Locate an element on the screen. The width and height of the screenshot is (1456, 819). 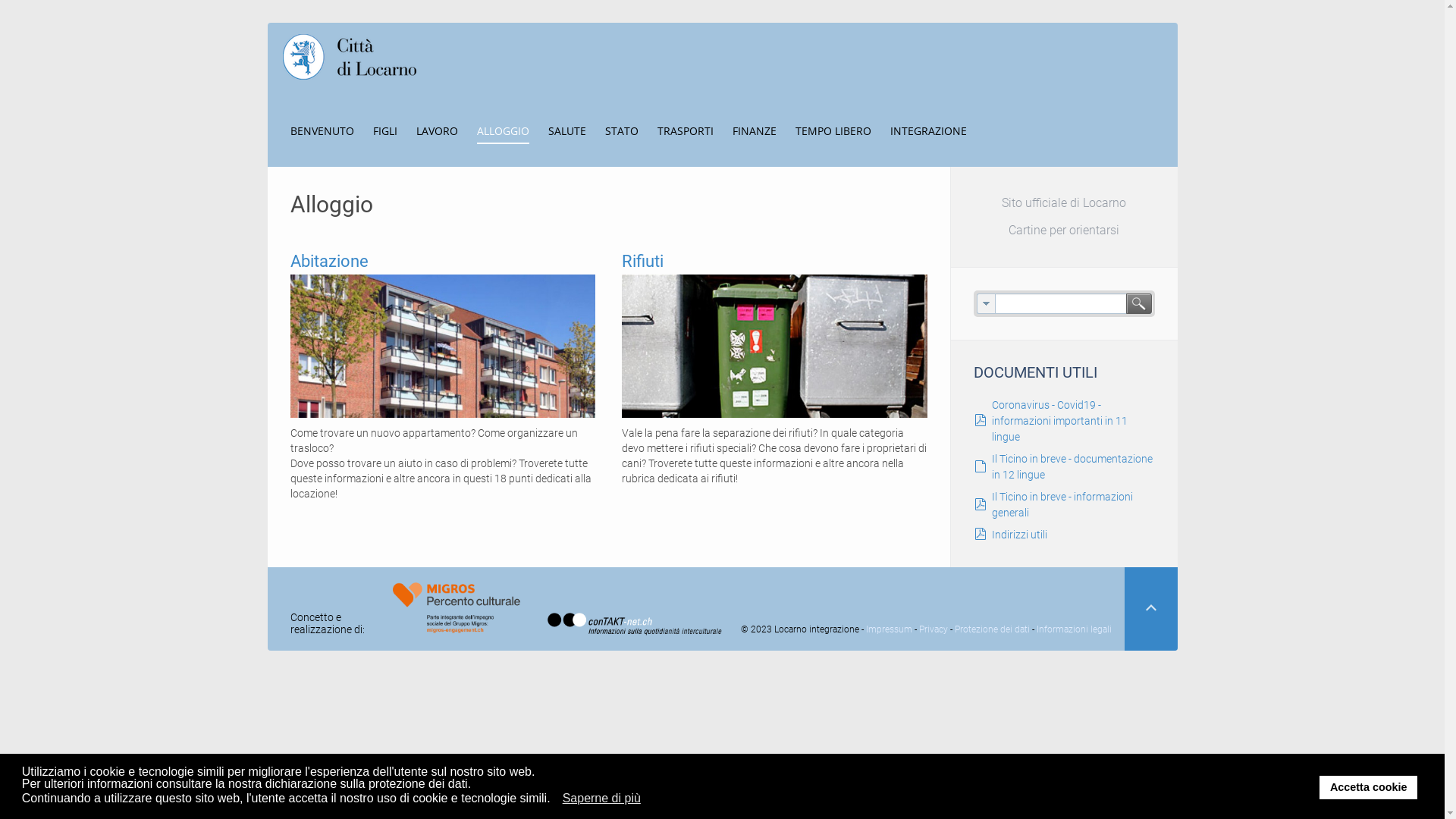
'STATO' is located at coordinates (622, 130).